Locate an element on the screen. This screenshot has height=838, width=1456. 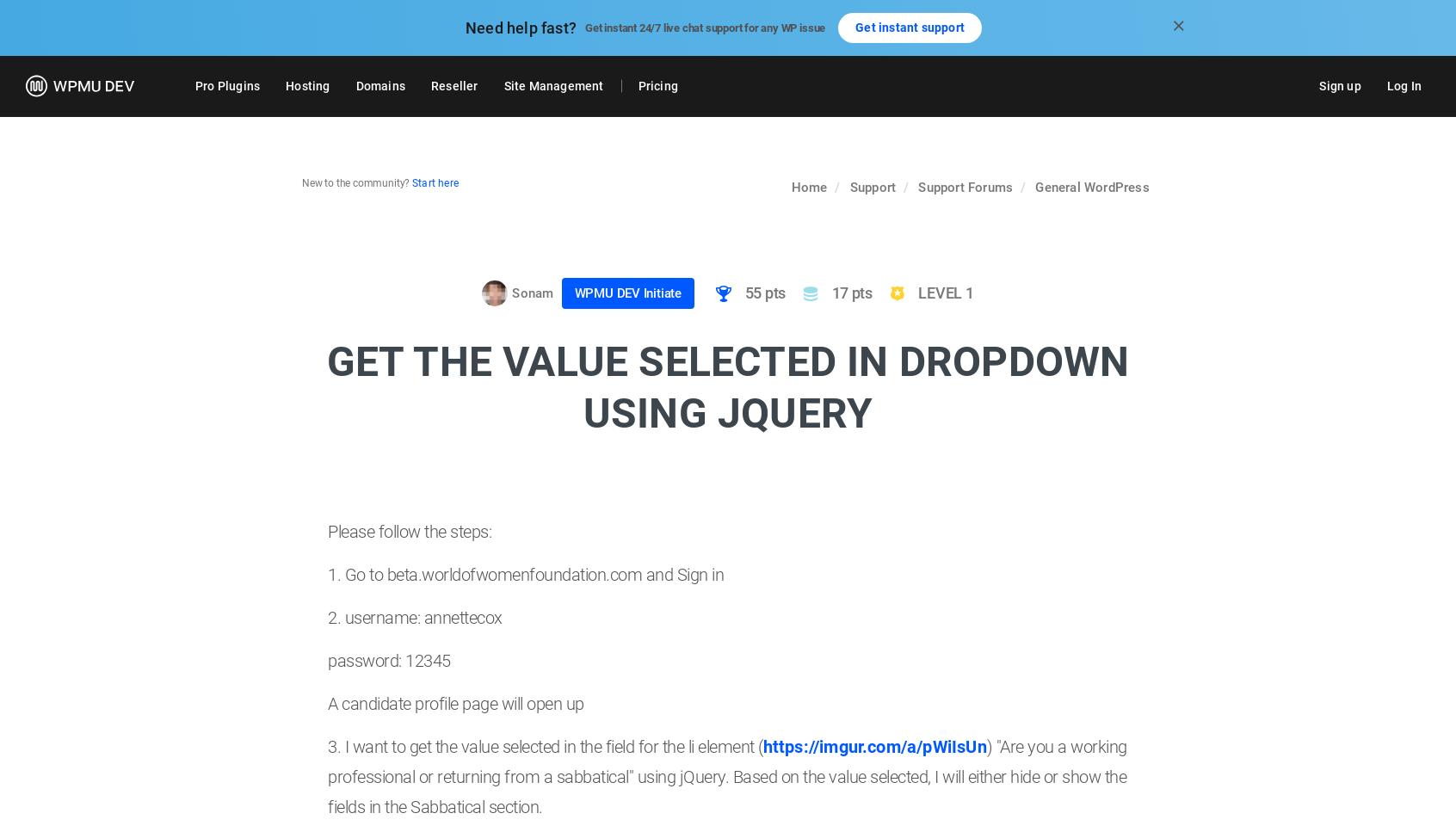
'Support Forums' is located at coordinates (965, 187).